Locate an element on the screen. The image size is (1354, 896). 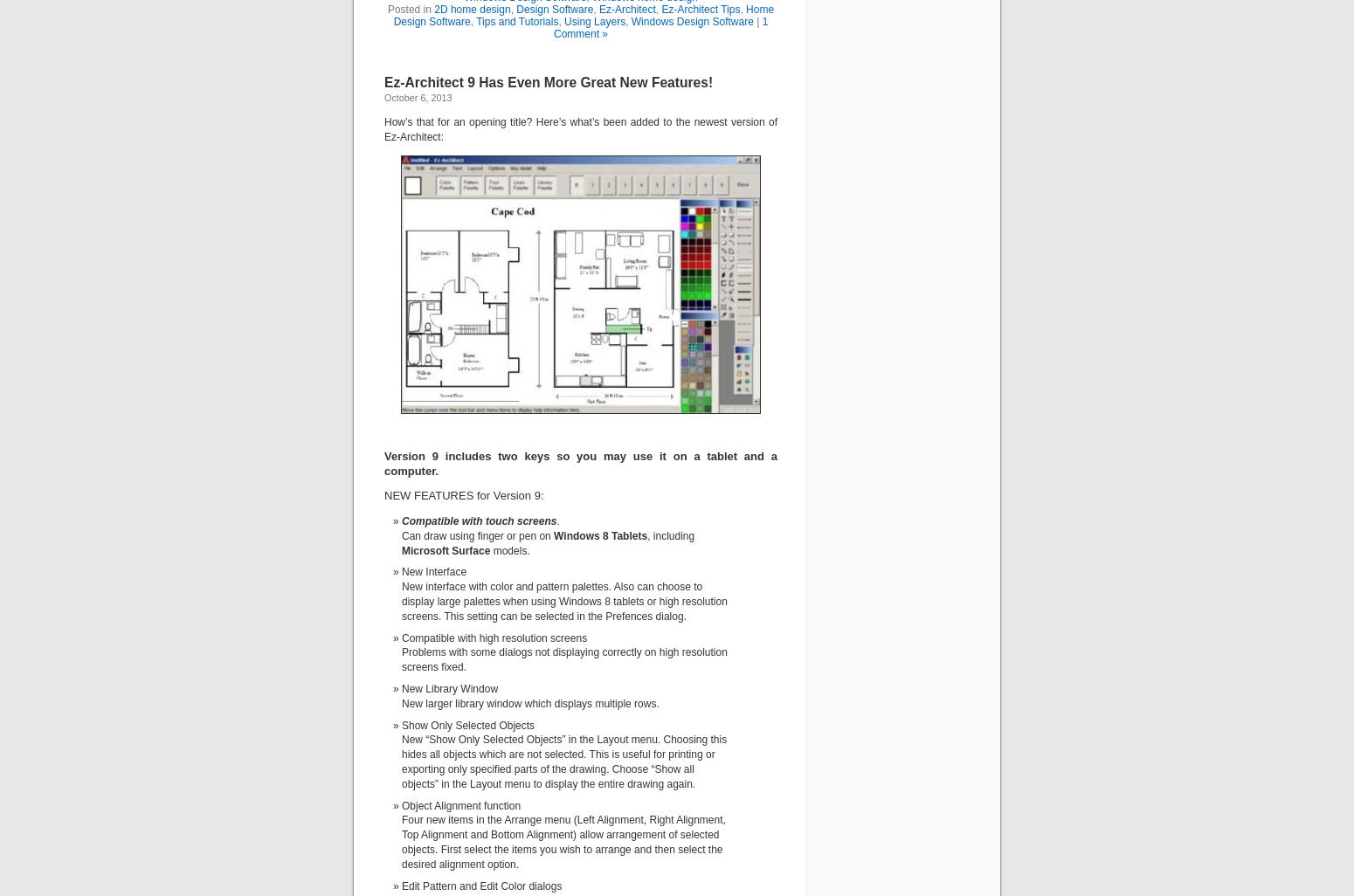
'Four new items in the Arrange menu (Left Alignment, Right Alignment, Top Alignment and Bottom Alignment) allow arrangement of selected objects. First select the items you wish to arrange and then select the desired alignment option.' is located at coordinates (562, 842).